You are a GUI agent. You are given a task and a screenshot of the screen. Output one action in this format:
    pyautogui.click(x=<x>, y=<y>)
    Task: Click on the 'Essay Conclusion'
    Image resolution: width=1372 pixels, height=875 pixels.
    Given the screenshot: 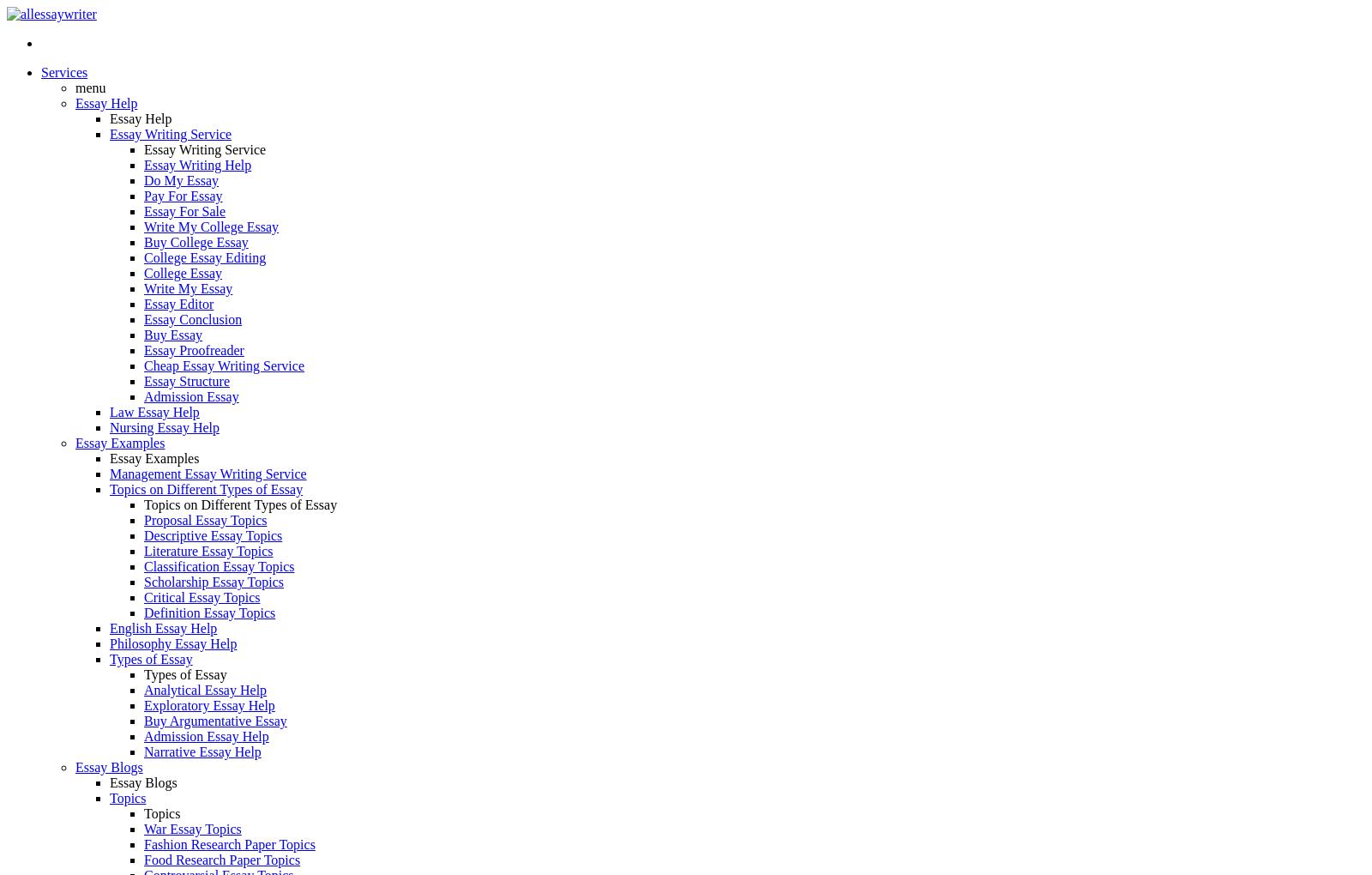 What is the action you would take?
    pyautogui.click(x=143, y=318)
    